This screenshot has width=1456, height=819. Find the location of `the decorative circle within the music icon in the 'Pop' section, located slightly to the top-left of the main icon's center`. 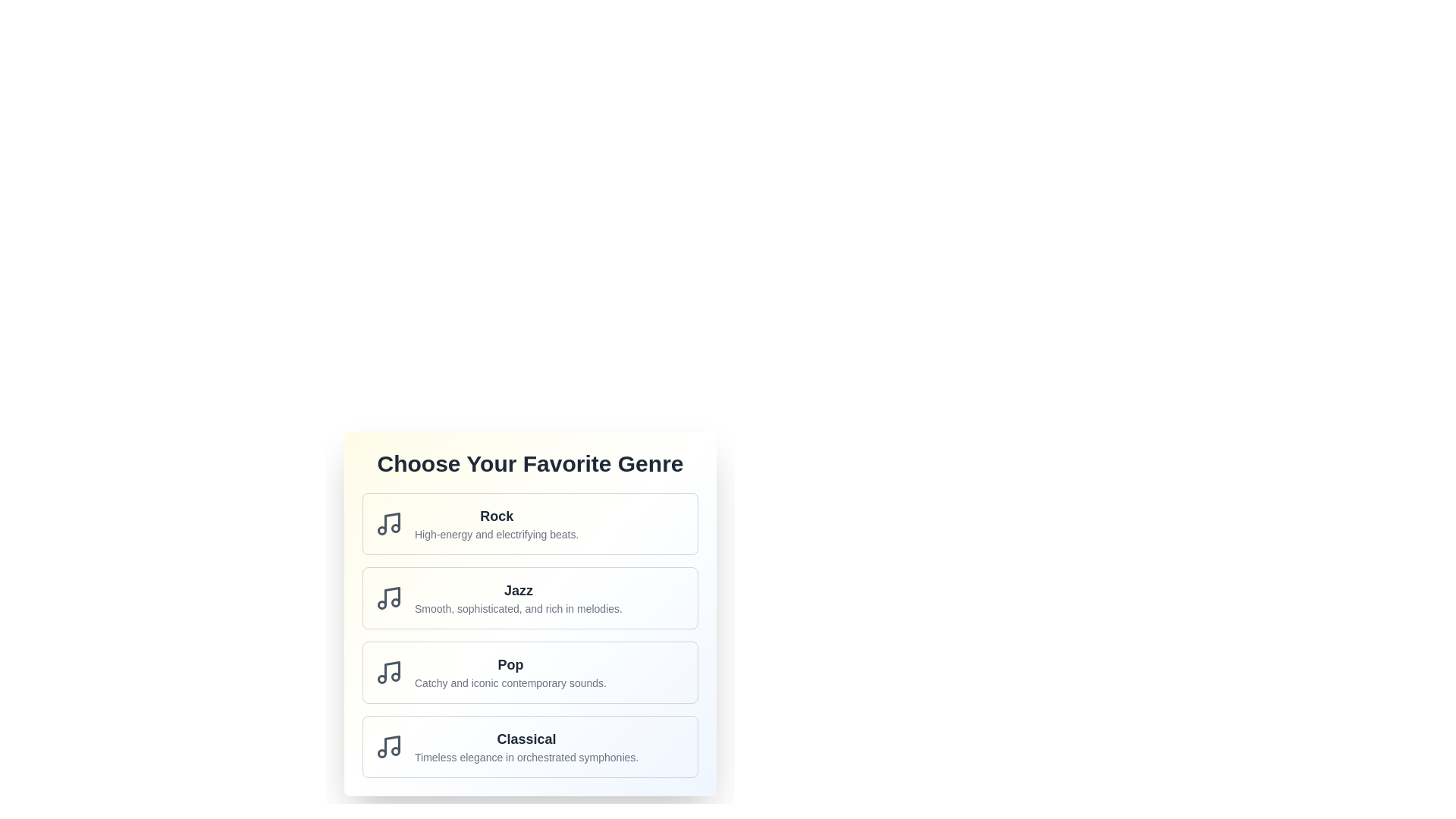

the decorative circle within the music icon in the 'Pop' section, located slightly to the top-left of the main icon's center is located at coordinates (396, 676).